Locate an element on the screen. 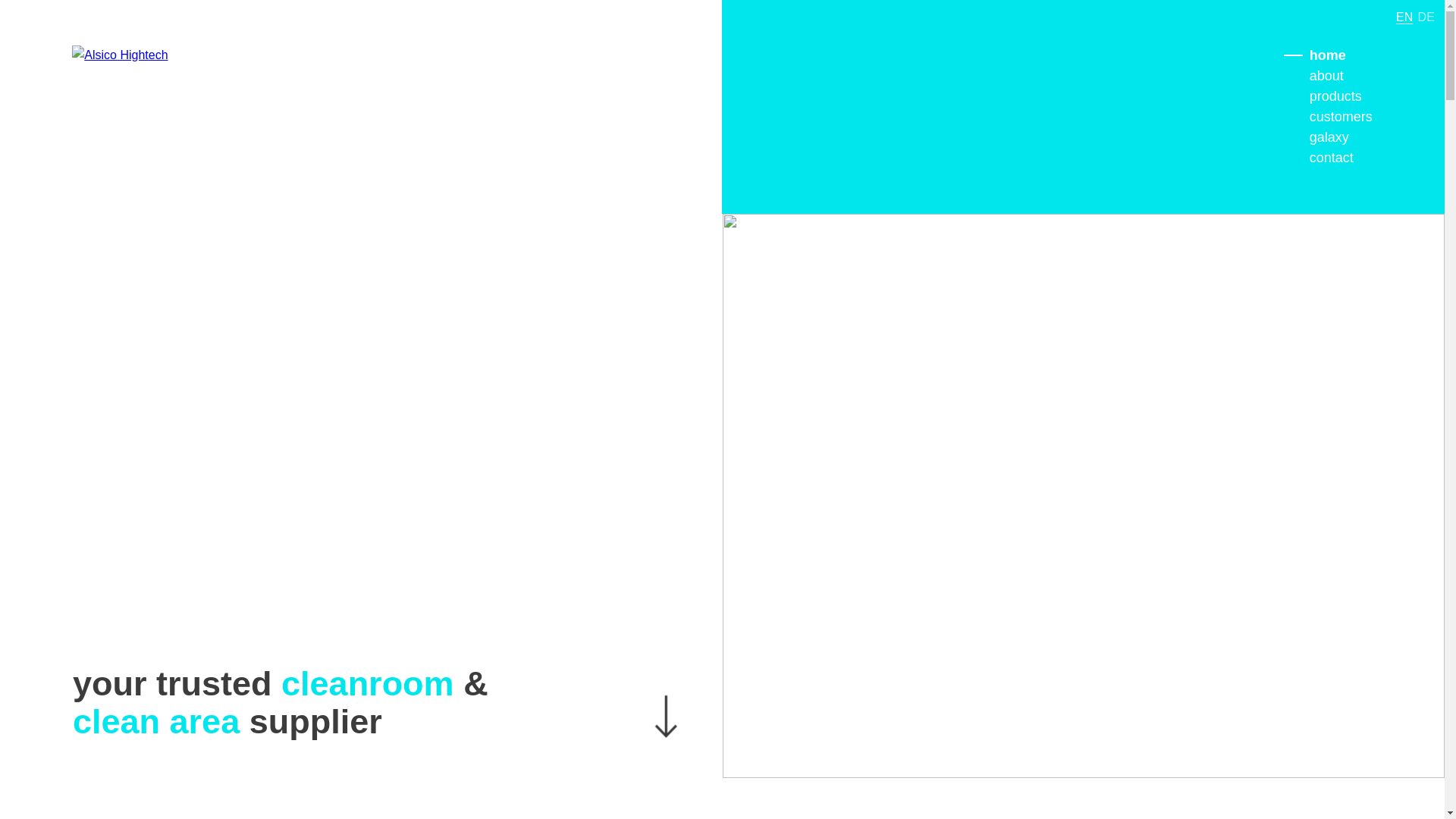 The width and height of the screenshot is (1456, 819). 'about' is located at coordinates (1326, 76).